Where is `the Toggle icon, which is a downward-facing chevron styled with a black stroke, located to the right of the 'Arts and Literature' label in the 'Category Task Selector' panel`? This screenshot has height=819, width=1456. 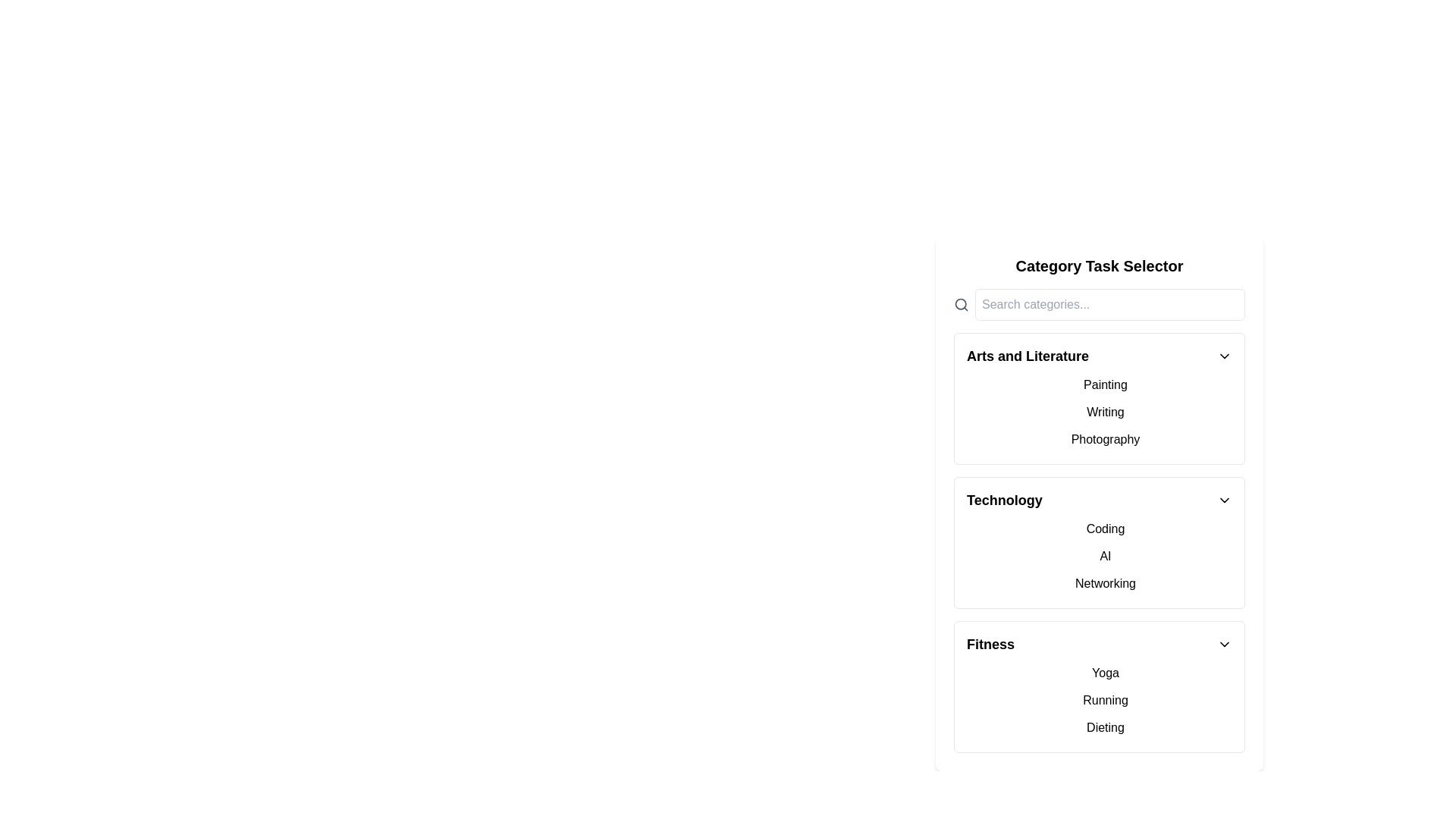
the Toggle icon, which is a downward-facing chevron styled with a black stroke, located to the right of the 'Arts and Literature' label in the 'Category Task Selector' panel is located at coordinates (1224, 356).